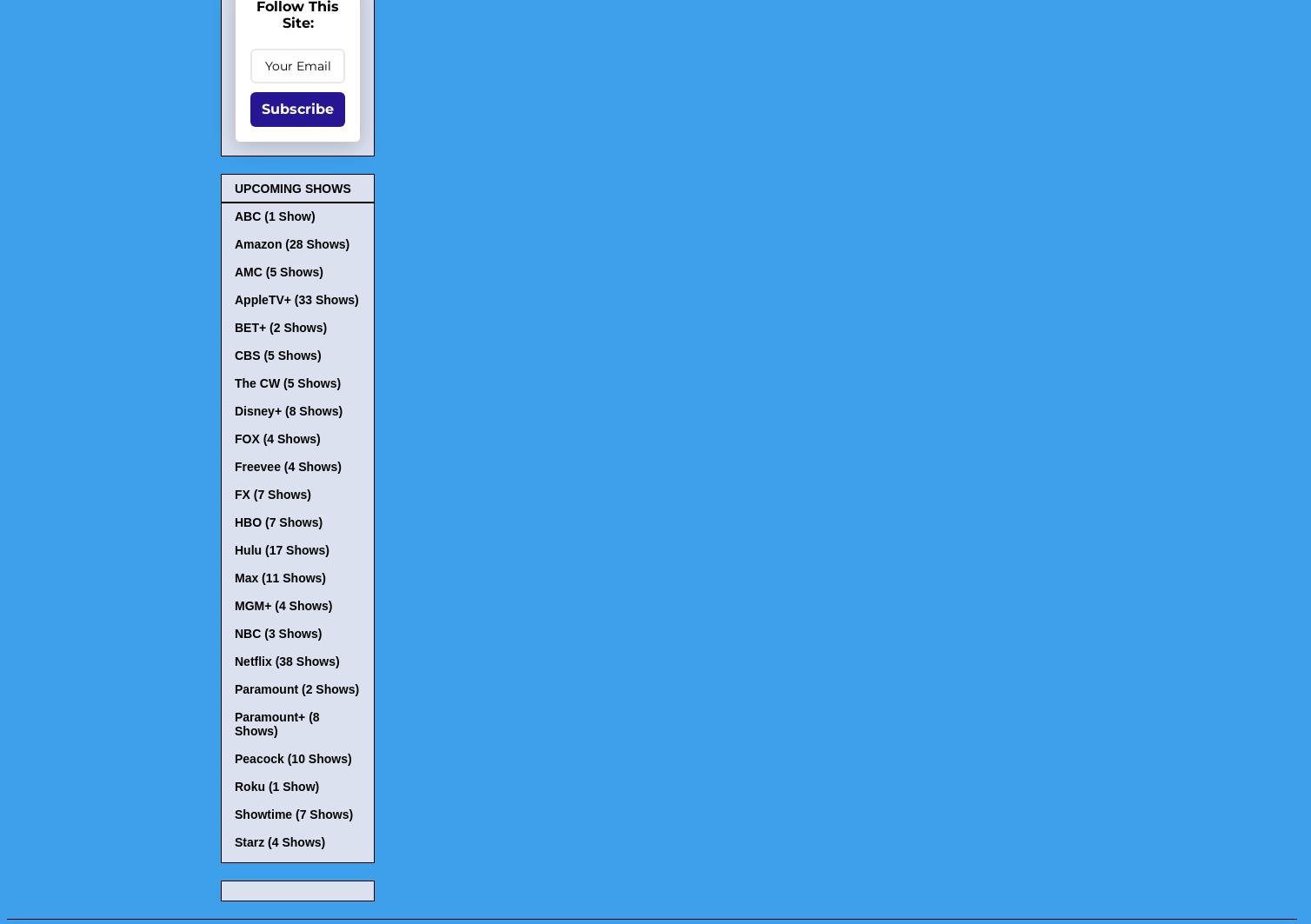  What do you see at coordinates (278, 841) in the screenshot?
I see `'Starz (4 Shows)'` at bounding box center [278, 841].